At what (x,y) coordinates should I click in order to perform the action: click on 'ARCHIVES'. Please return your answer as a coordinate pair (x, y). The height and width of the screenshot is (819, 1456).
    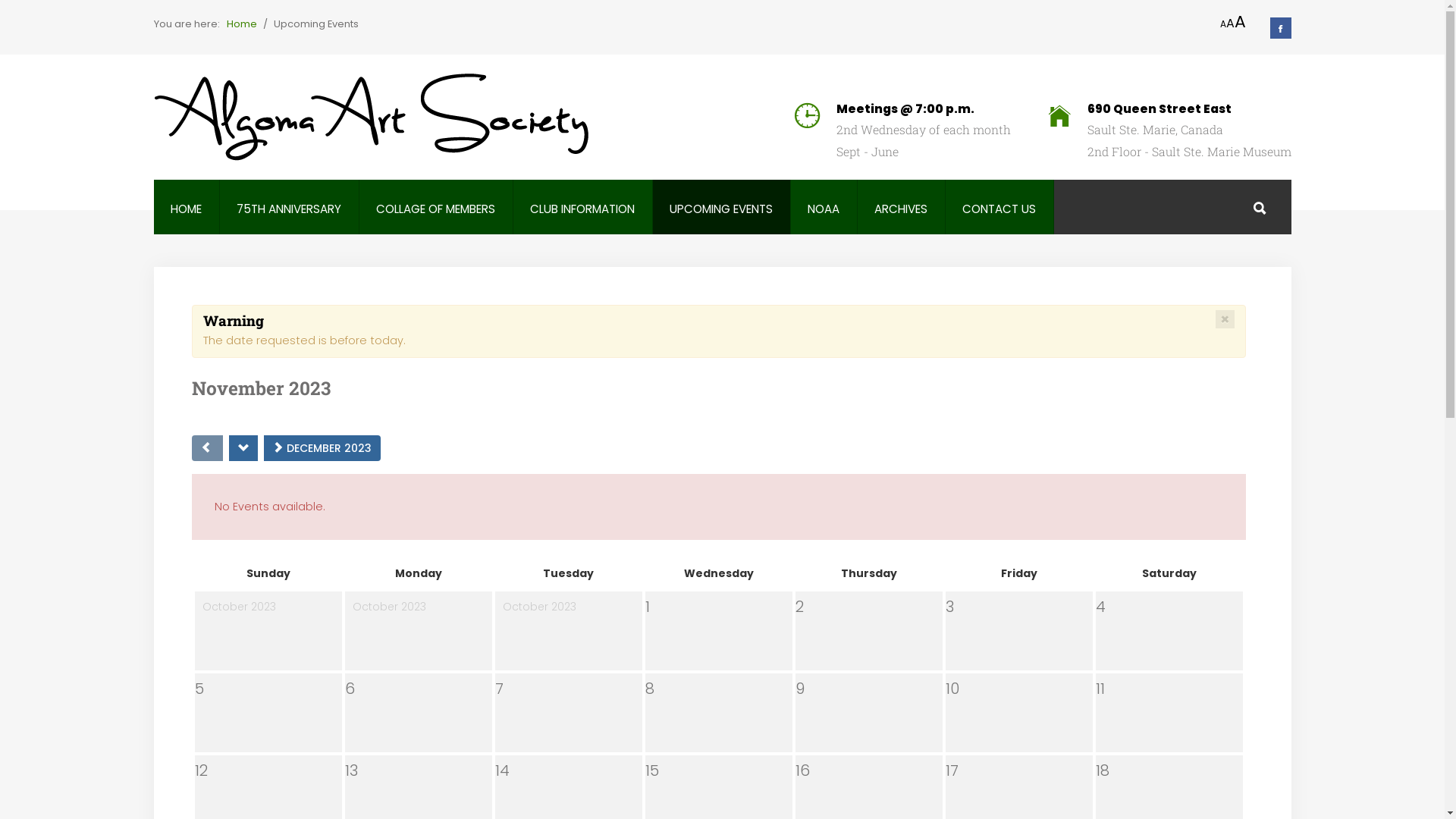
    Looking at the image, I should click on (900, 209).